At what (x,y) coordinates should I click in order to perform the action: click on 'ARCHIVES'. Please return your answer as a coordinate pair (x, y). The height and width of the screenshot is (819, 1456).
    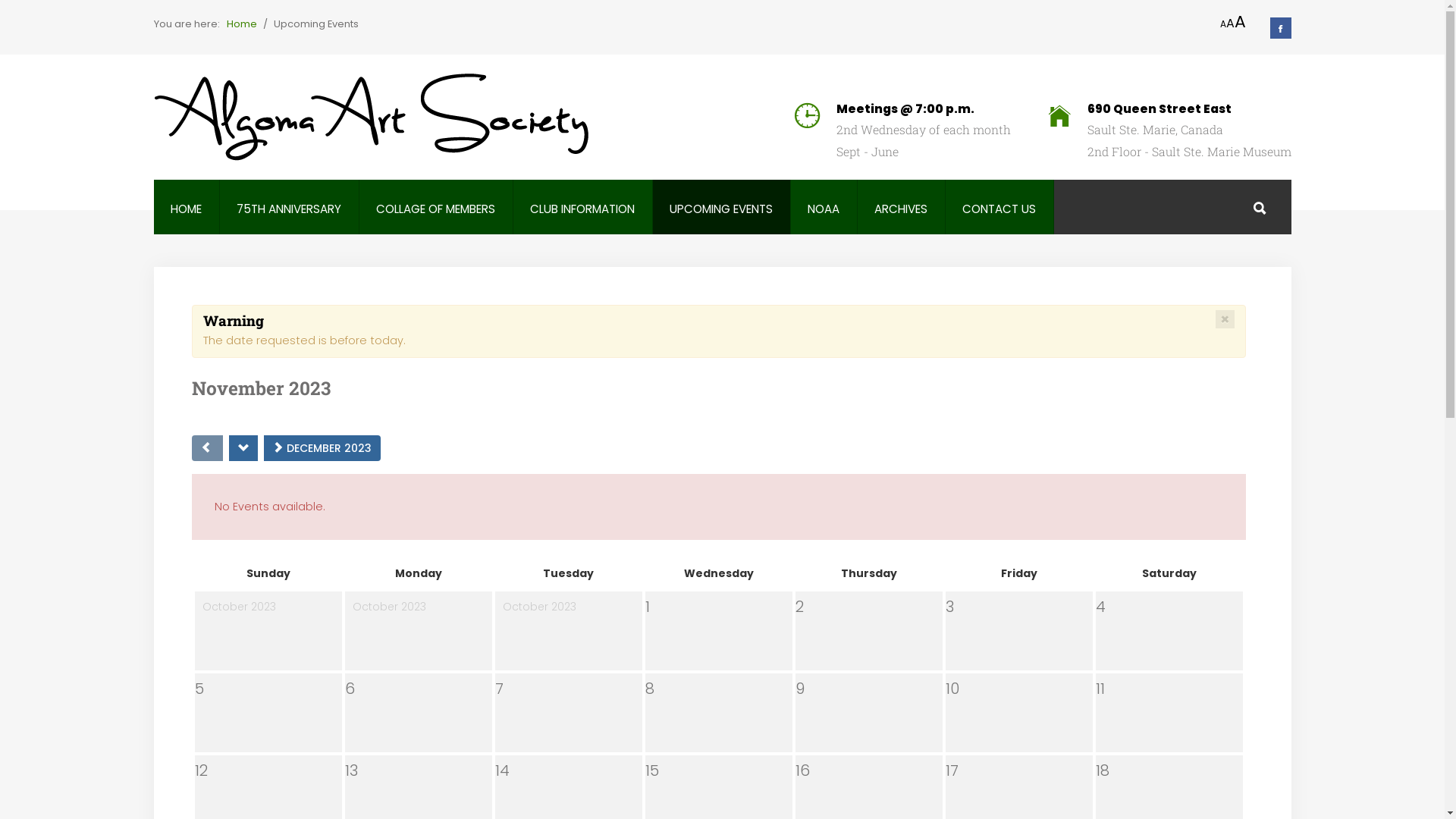
    Looking at the image, I should click on (900, 209).